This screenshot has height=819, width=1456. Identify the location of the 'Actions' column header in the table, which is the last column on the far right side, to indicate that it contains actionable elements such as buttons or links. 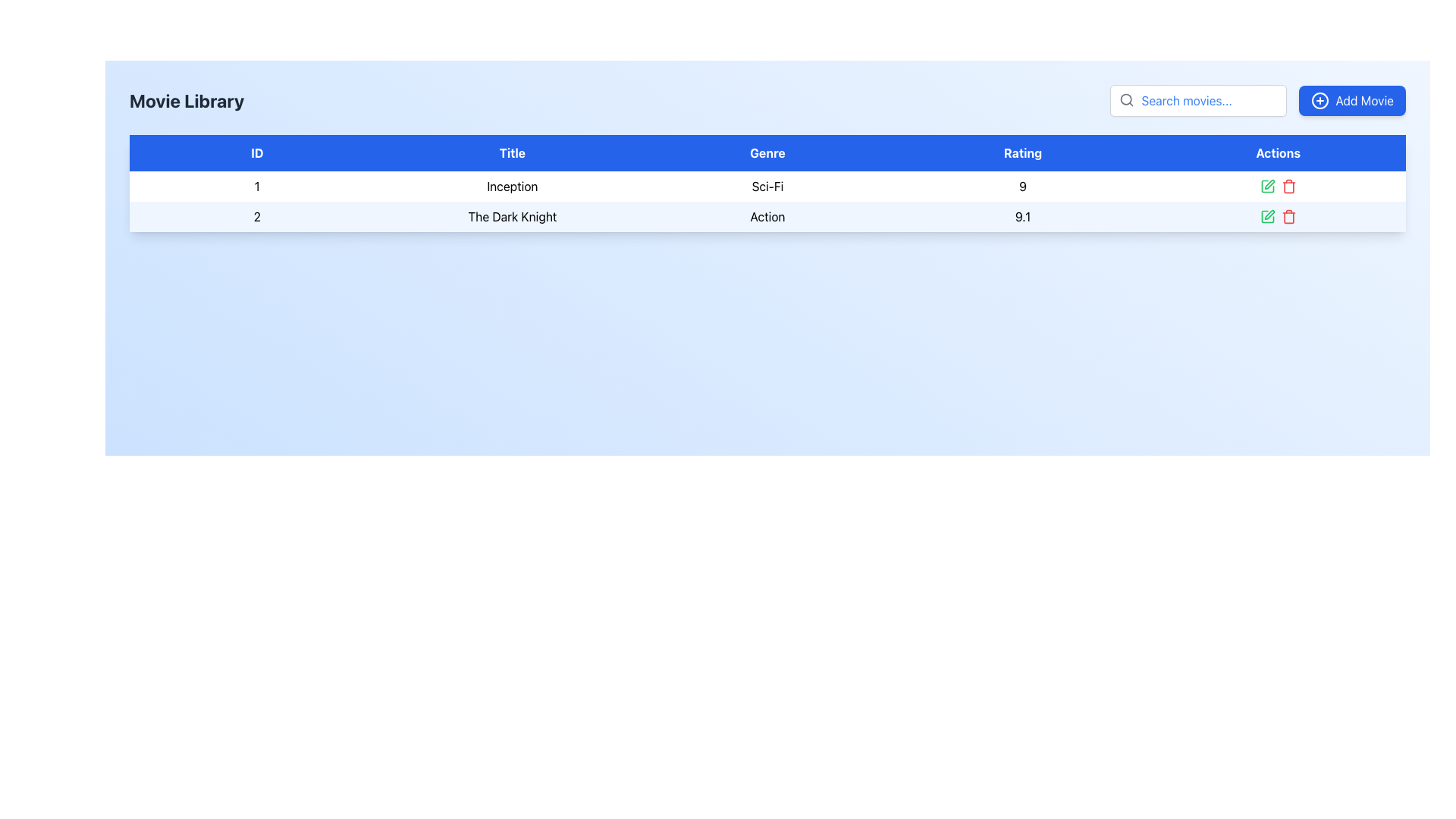
(1277, 152).